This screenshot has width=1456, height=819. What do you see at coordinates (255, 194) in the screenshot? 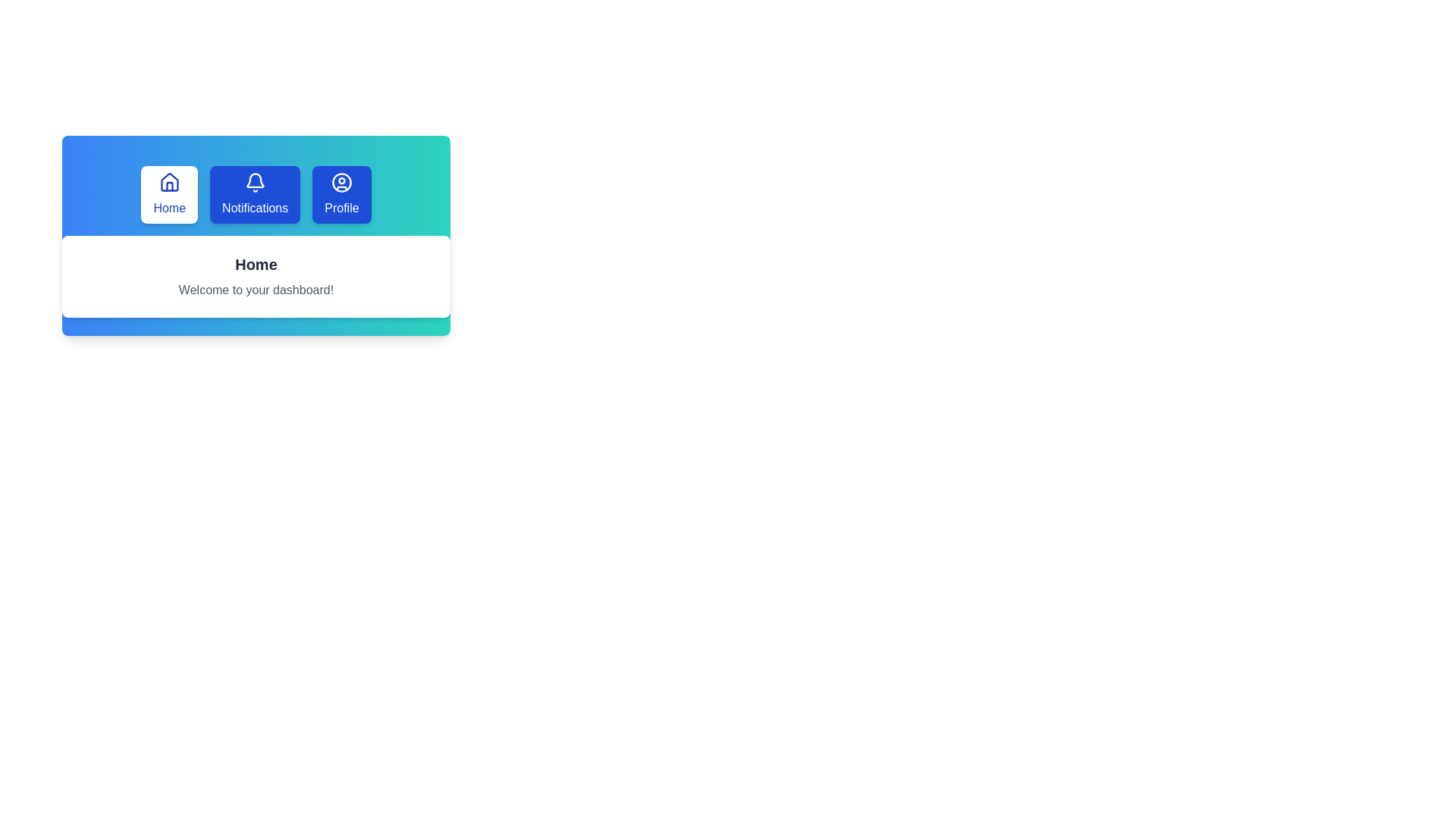
I see `the Notifications tab by clicking its button` at bounding box center [255, 194].